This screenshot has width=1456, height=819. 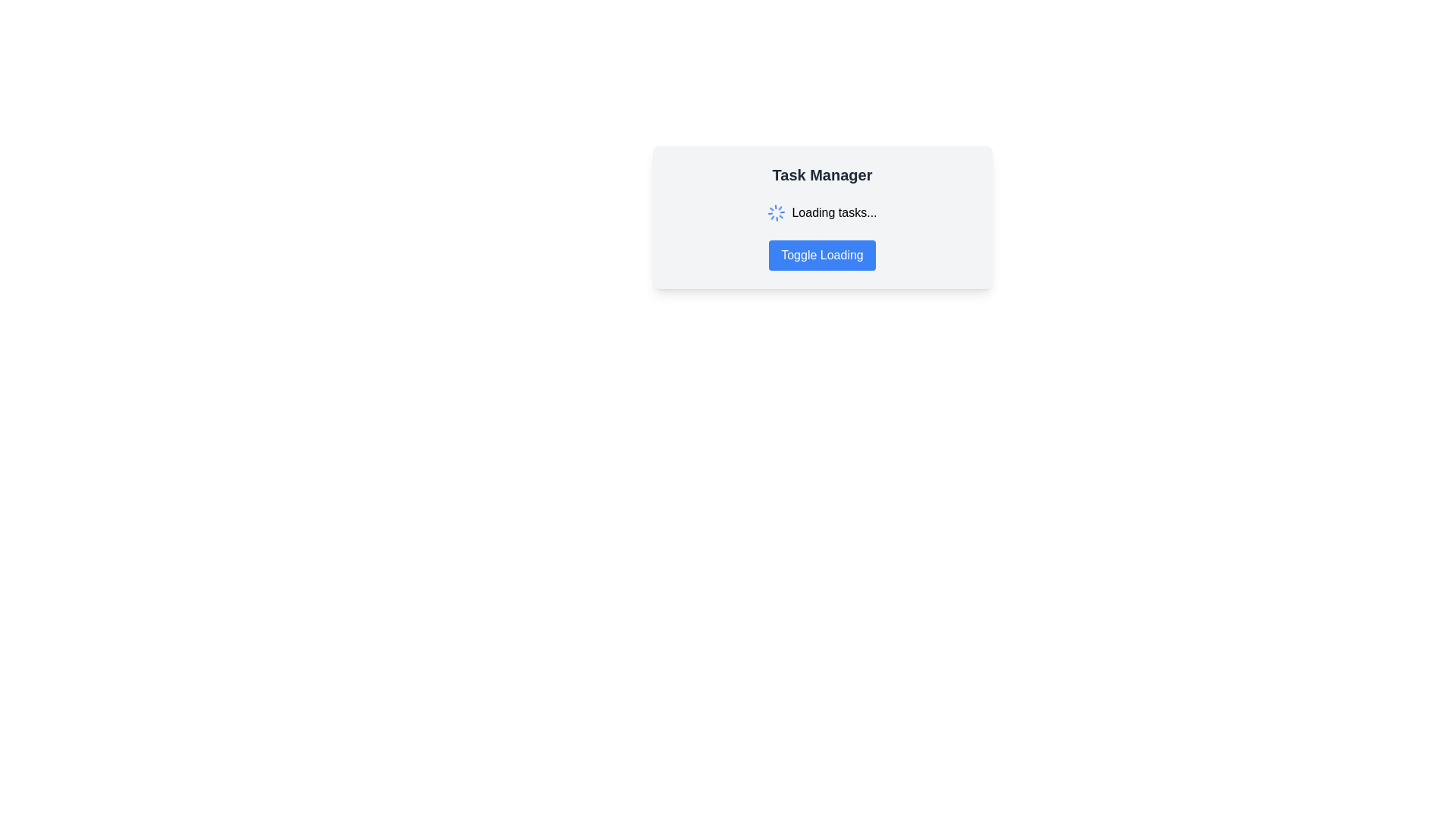 I want to click on the button located beneath the text 'Loading tasks...', so click(x=821, y=254).